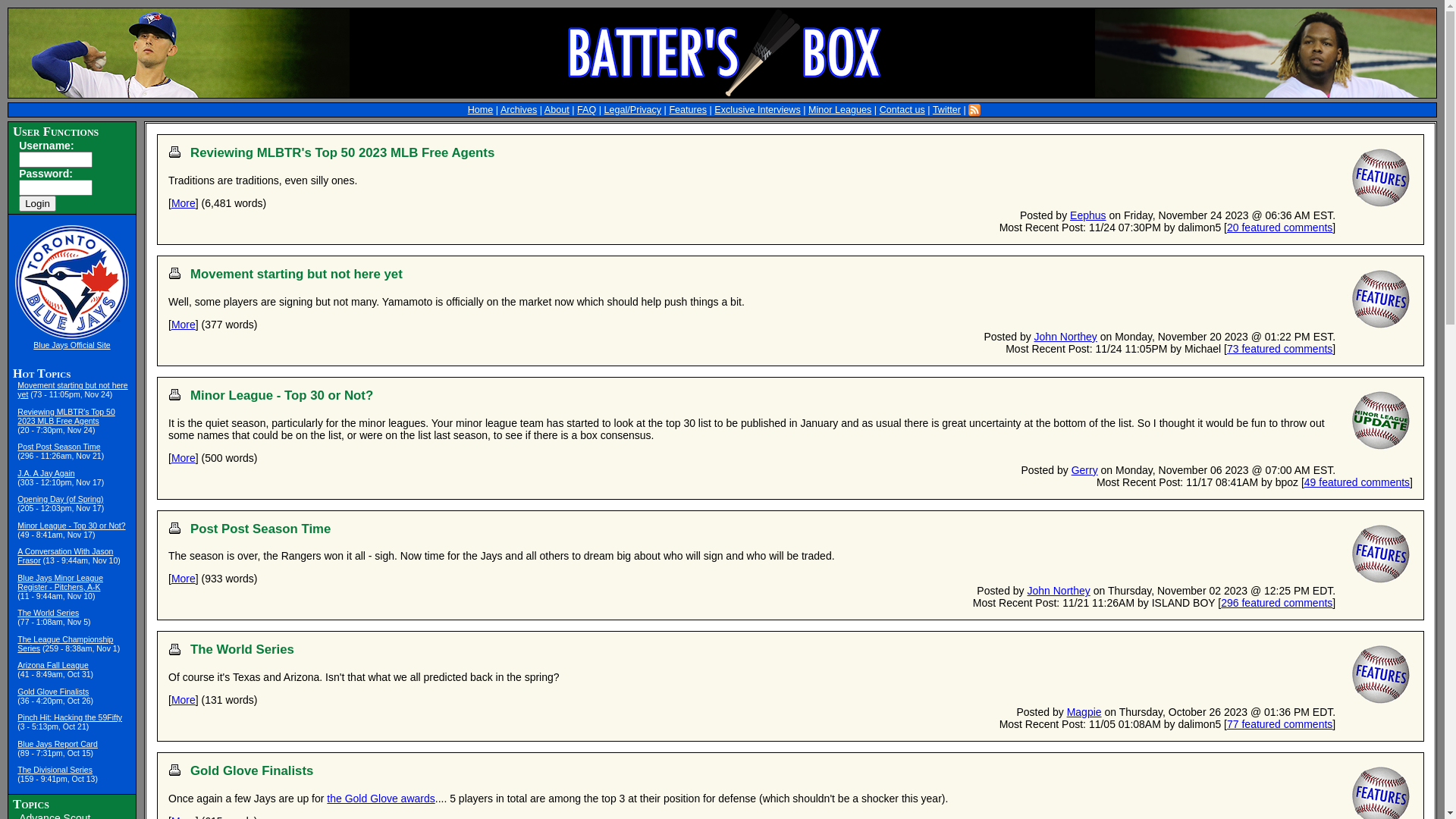  Describe the element at coordinates (668, 109) in the screenshot. I see `'Features'` at that location.